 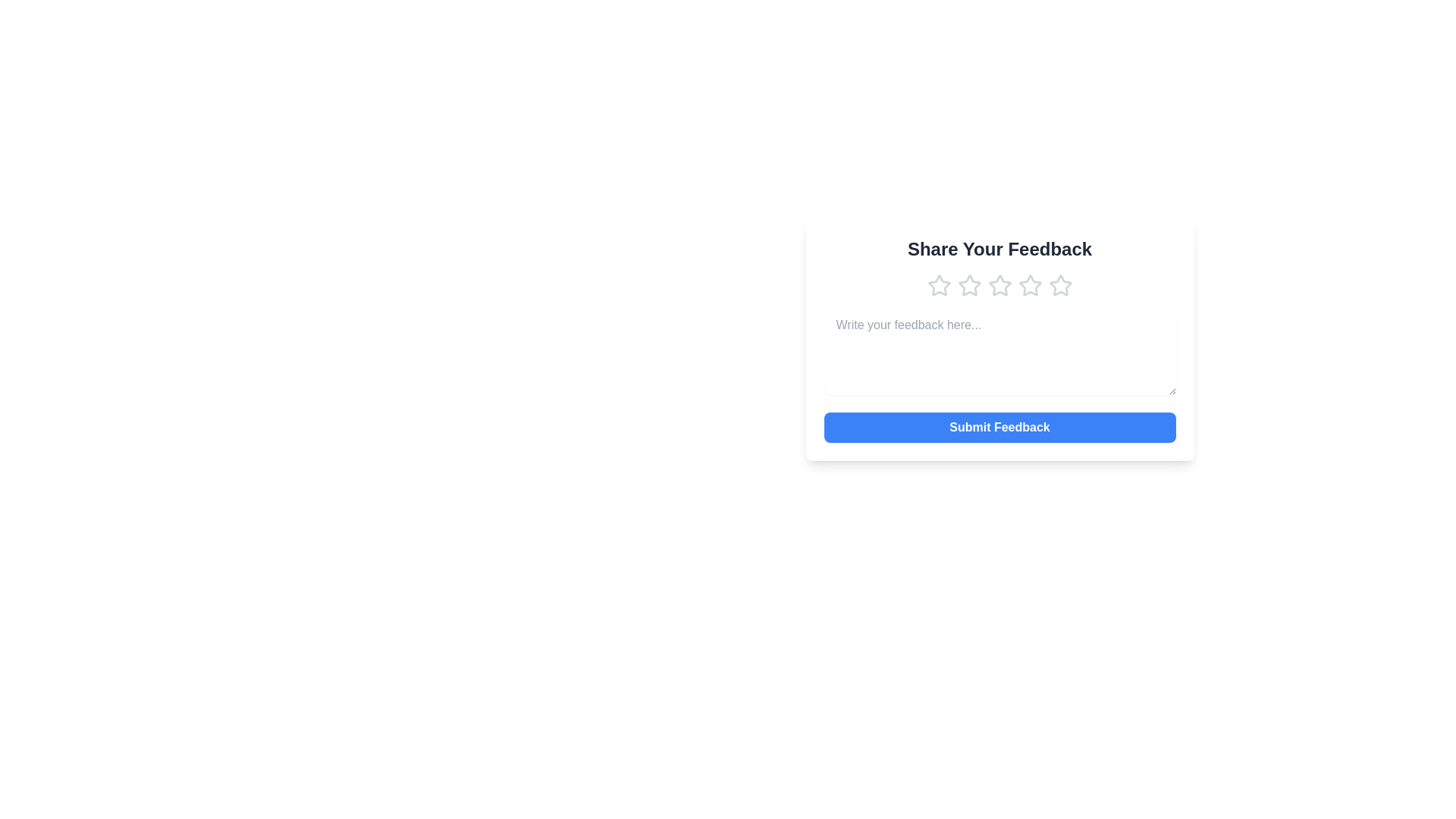 What do you see at coordinates (1030, 284) in the screenshot?
I see `the fourth star-shaped icon in the five-star rating bar, which is outlined in gray with a hollow center` at bounding box center [1030, 284].